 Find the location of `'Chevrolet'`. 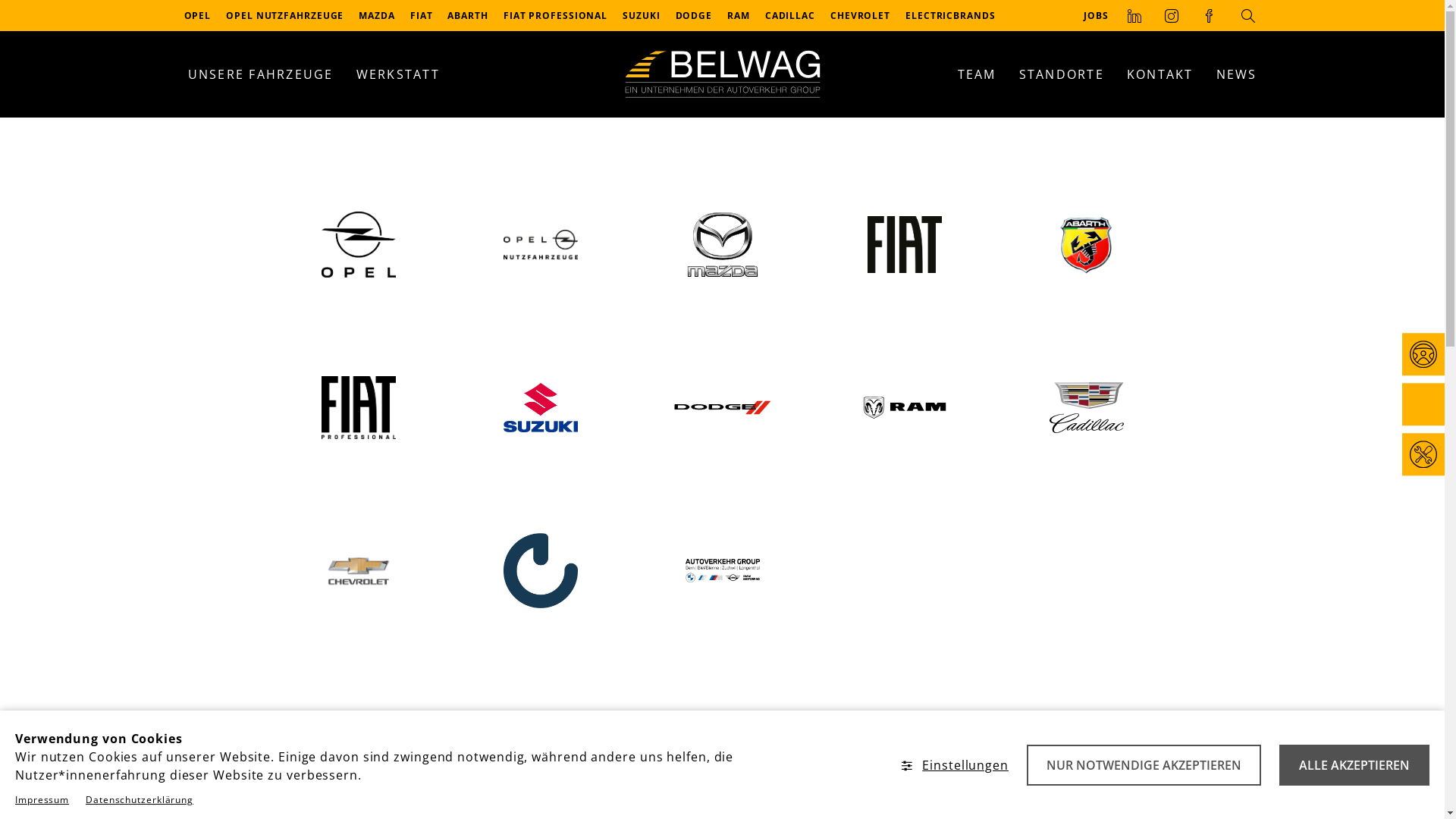

'Chevrolet' is located at coordinates (358, 570).